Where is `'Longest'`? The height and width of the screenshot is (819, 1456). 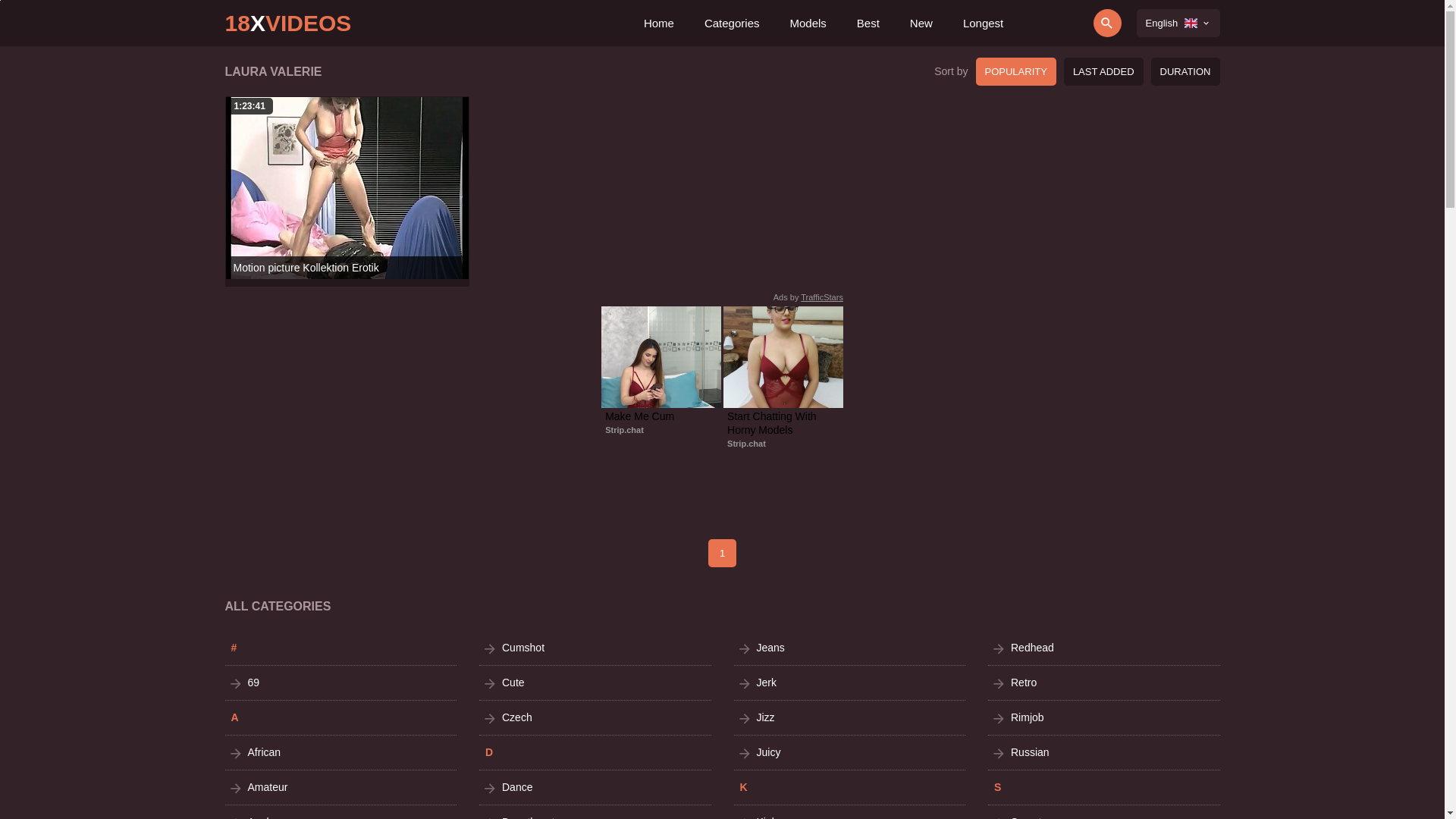 'Longest' is located at coordinates (983, 23).